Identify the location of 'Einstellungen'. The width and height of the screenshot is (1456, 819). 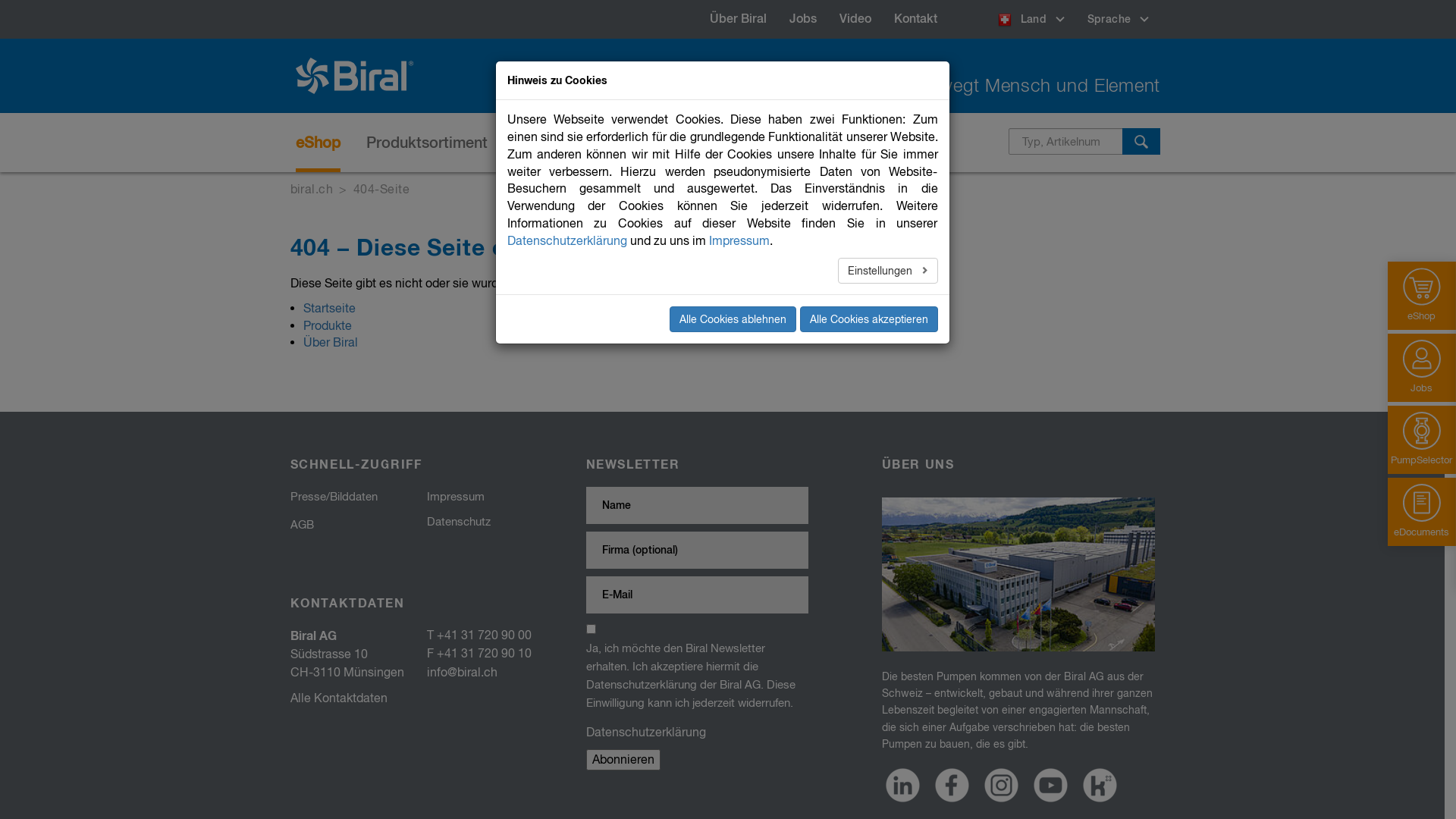
(888, 270).